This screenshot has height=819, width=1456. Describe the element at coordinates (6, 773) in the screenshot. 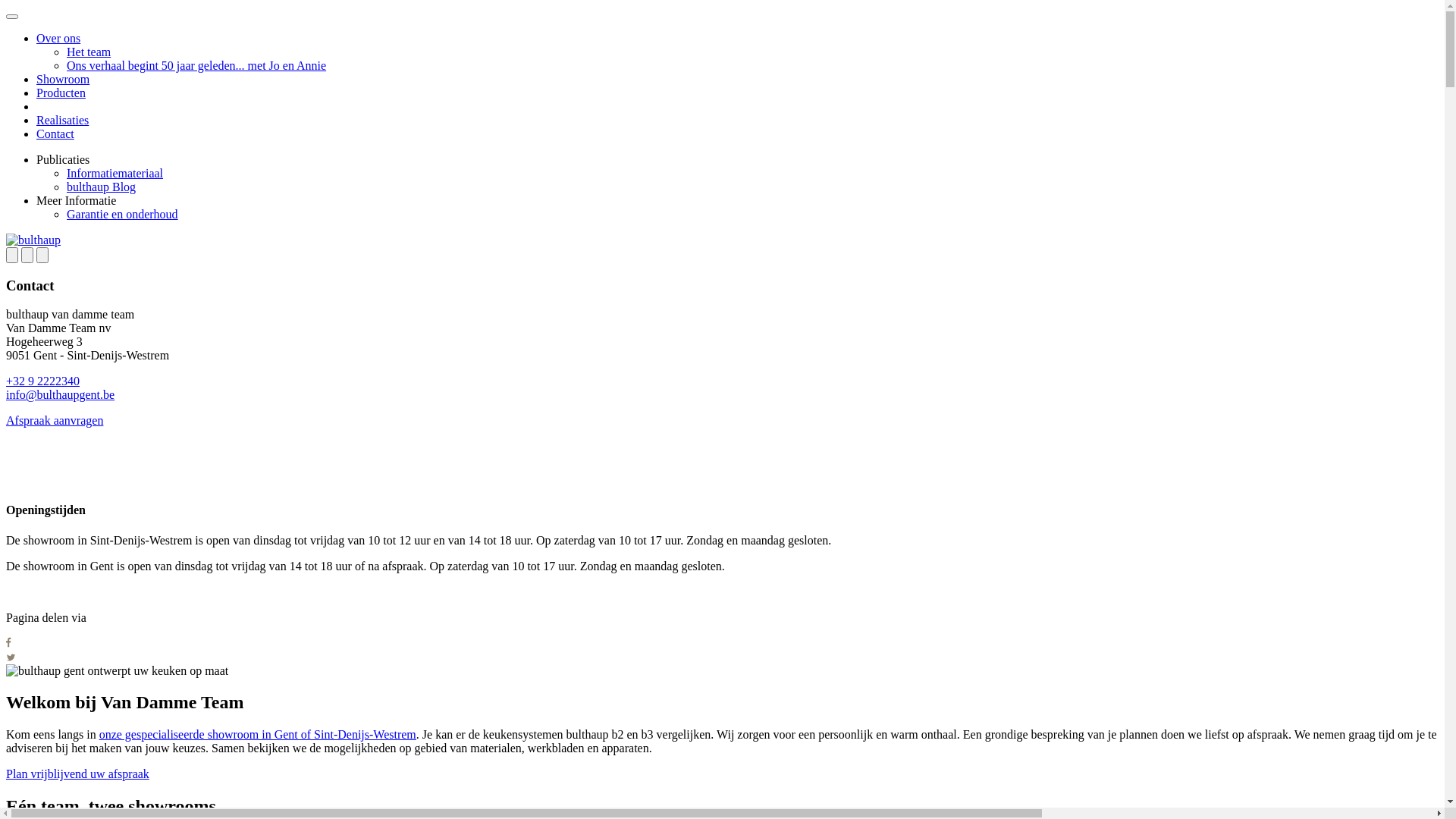

I see `'Plan vrijblijvend uw afspraak'` at that location.